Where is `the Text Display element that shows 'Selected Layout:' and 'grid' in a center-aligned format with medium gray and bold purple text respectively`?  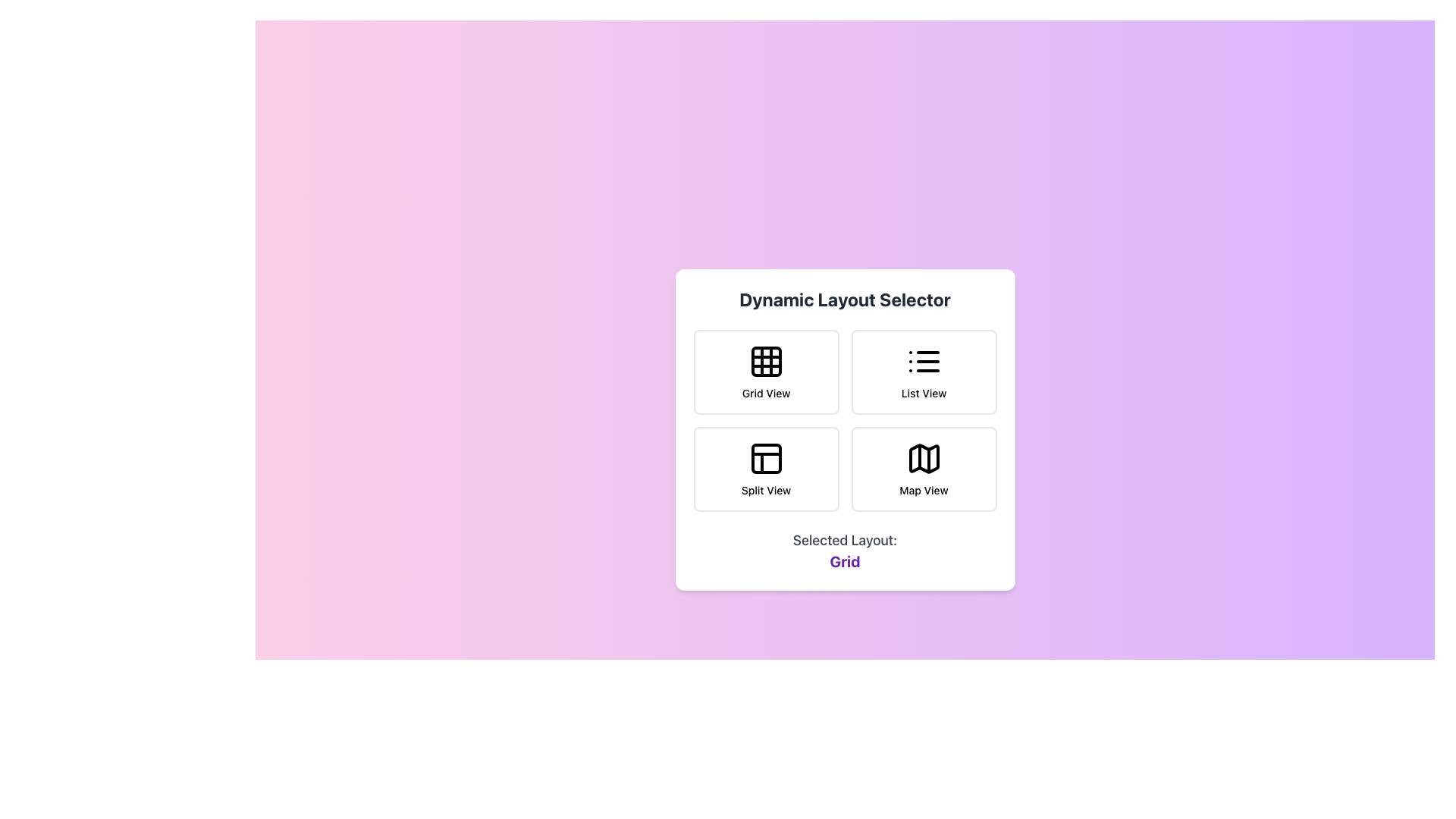 the Text Display element that shows 'Selected Layout:' and 'grid' in a center-aligned format with medium gray and bold purple text respectively is located at coordinates (844, 551).